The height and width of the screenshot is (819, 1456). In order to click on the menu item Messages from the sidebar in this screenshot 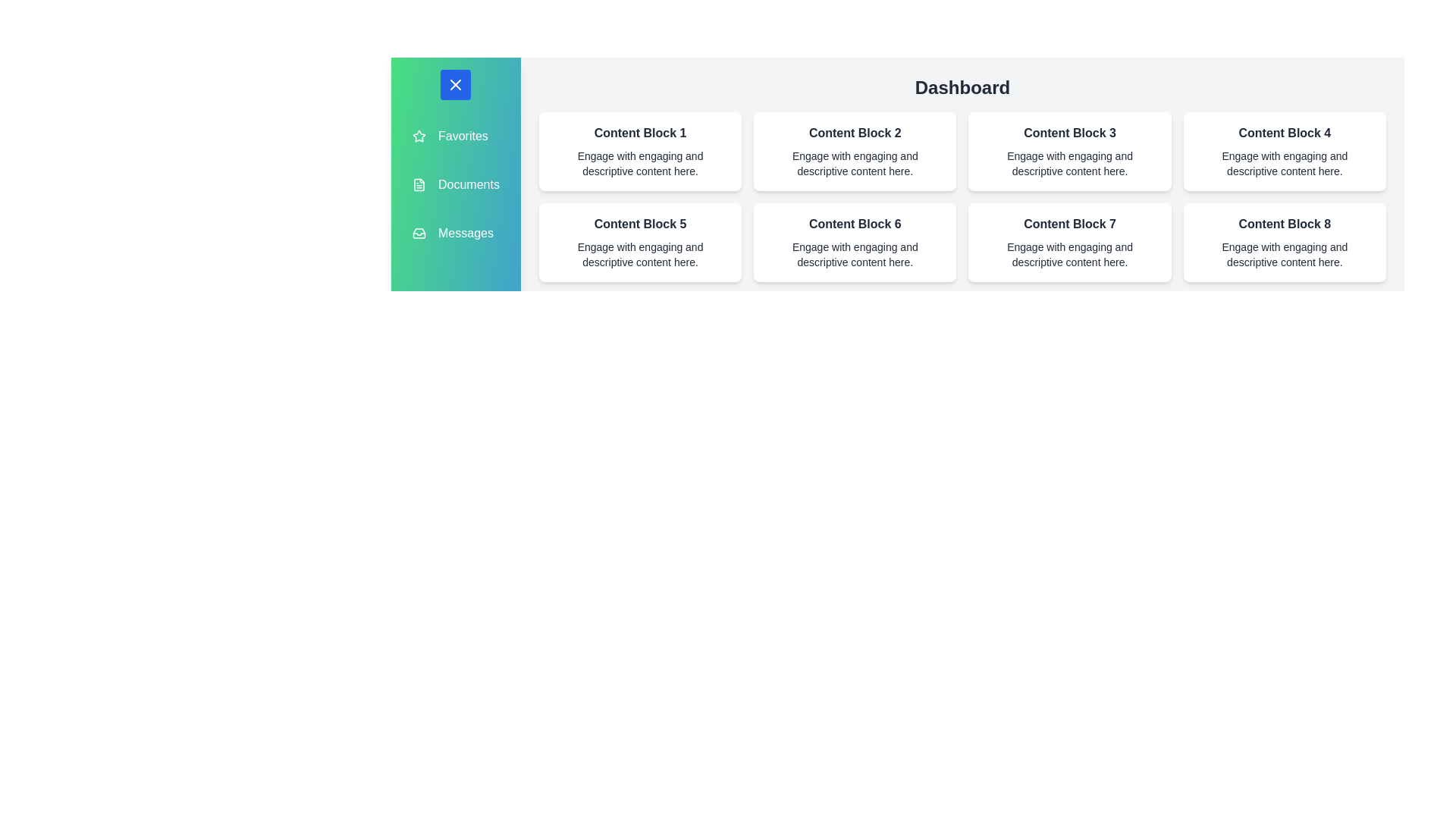, I will do `click(454, 234)`.